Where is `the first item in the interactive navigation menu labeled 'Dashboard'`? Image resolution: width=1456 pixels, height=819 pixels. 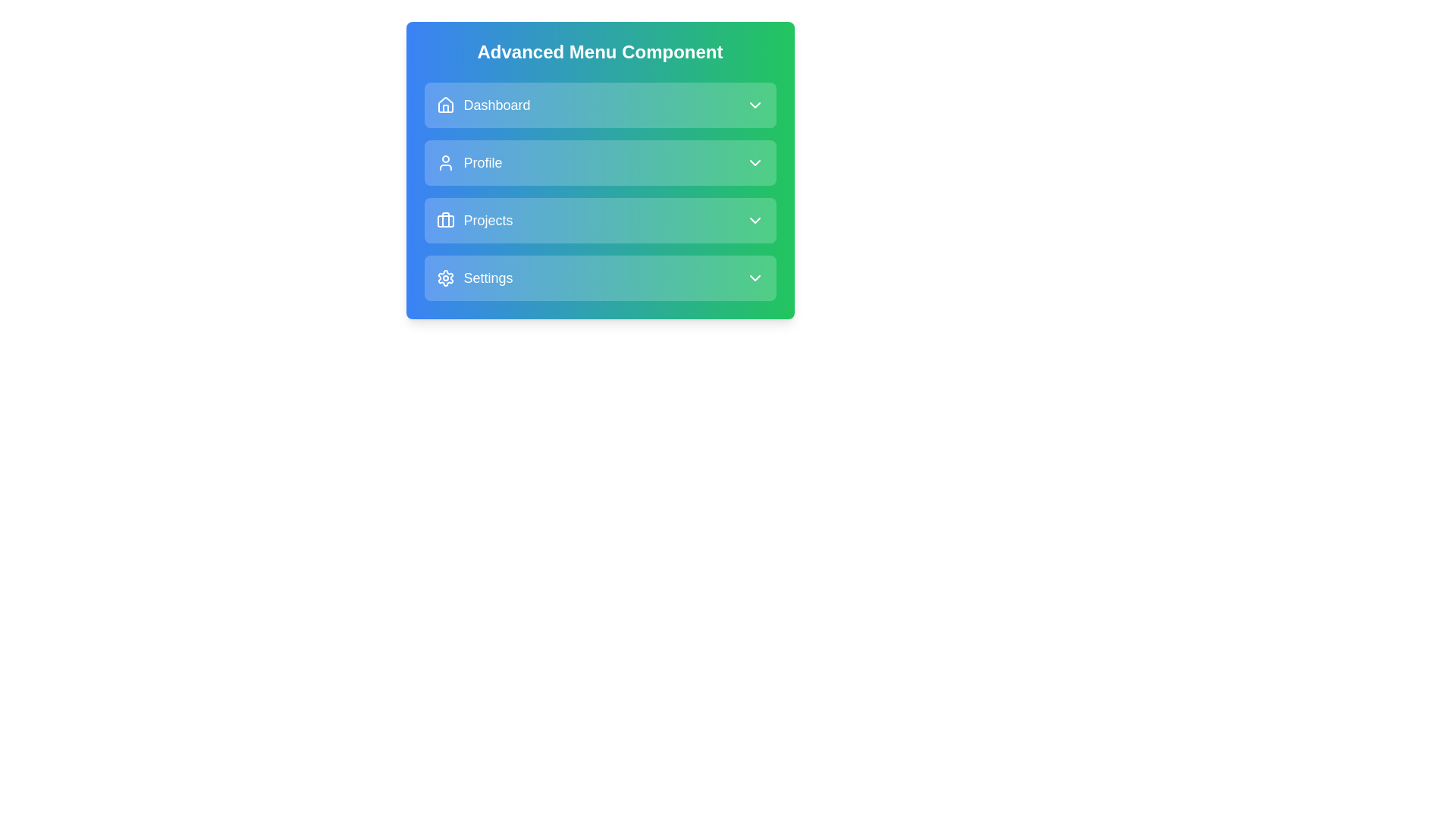 the first item in the interactive navigation menu labeled 'Dashboard' is located at coordinates (599, 104).